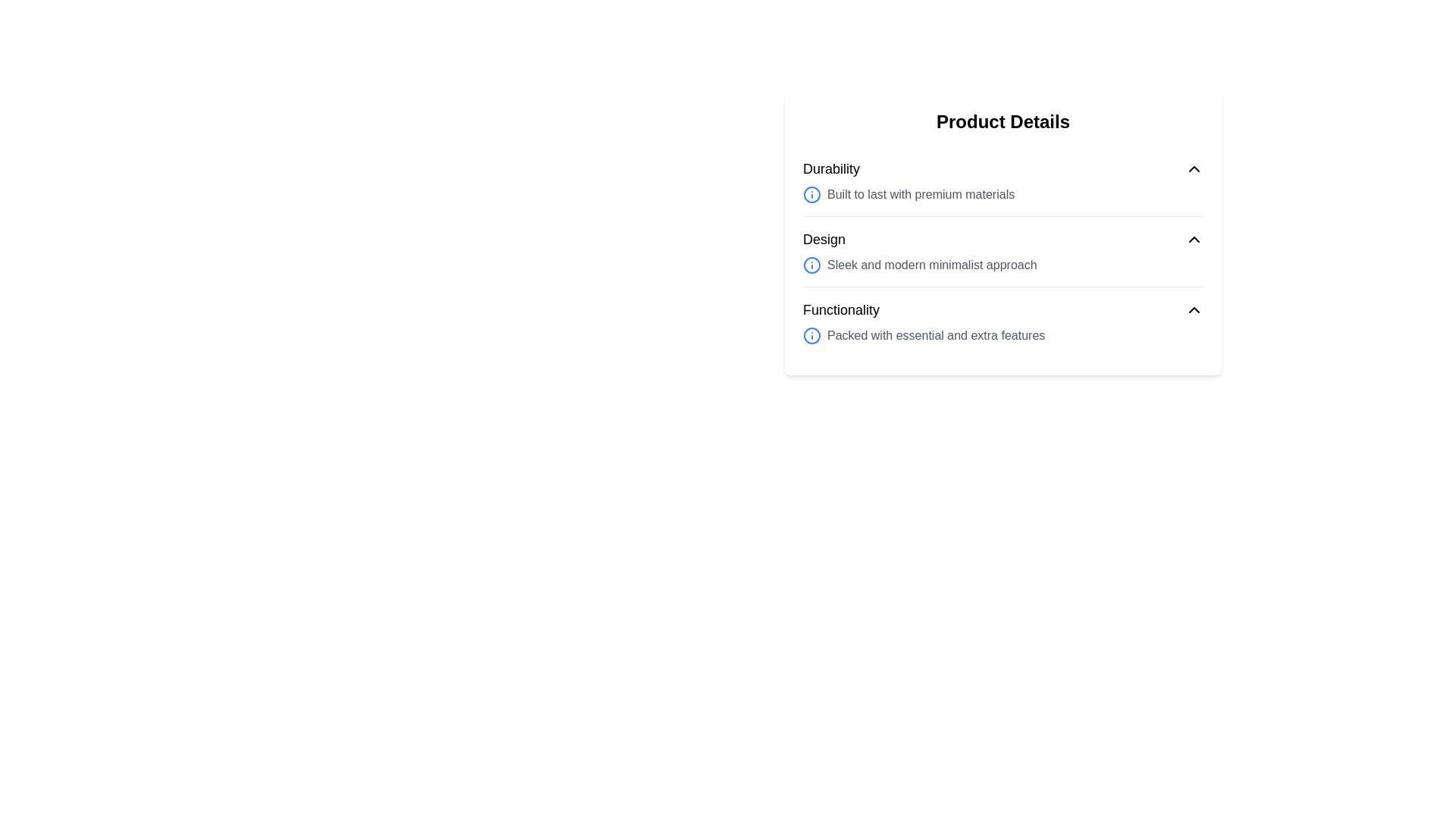 The height and width of the screenshot is (819, 1456). I want to click on the blue circular information icon located in the third row of the 'Functionality' section, aligned to the left of the text 'Packed with essential and extra features.', so click(811, 335).